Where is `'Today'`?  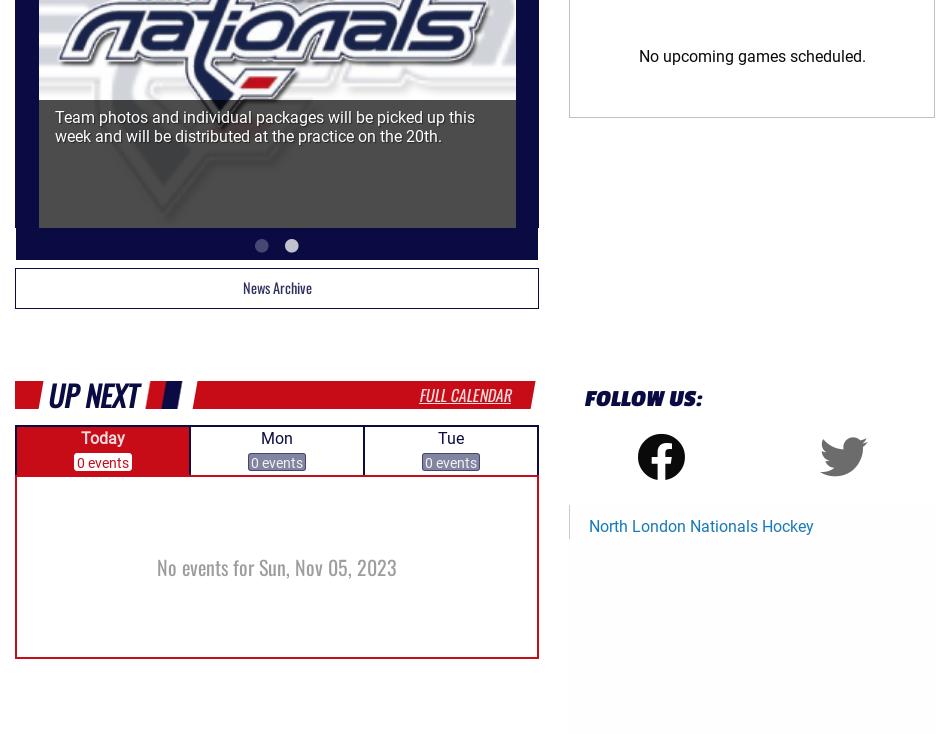 'Today' is located at coordinates (102, 438).